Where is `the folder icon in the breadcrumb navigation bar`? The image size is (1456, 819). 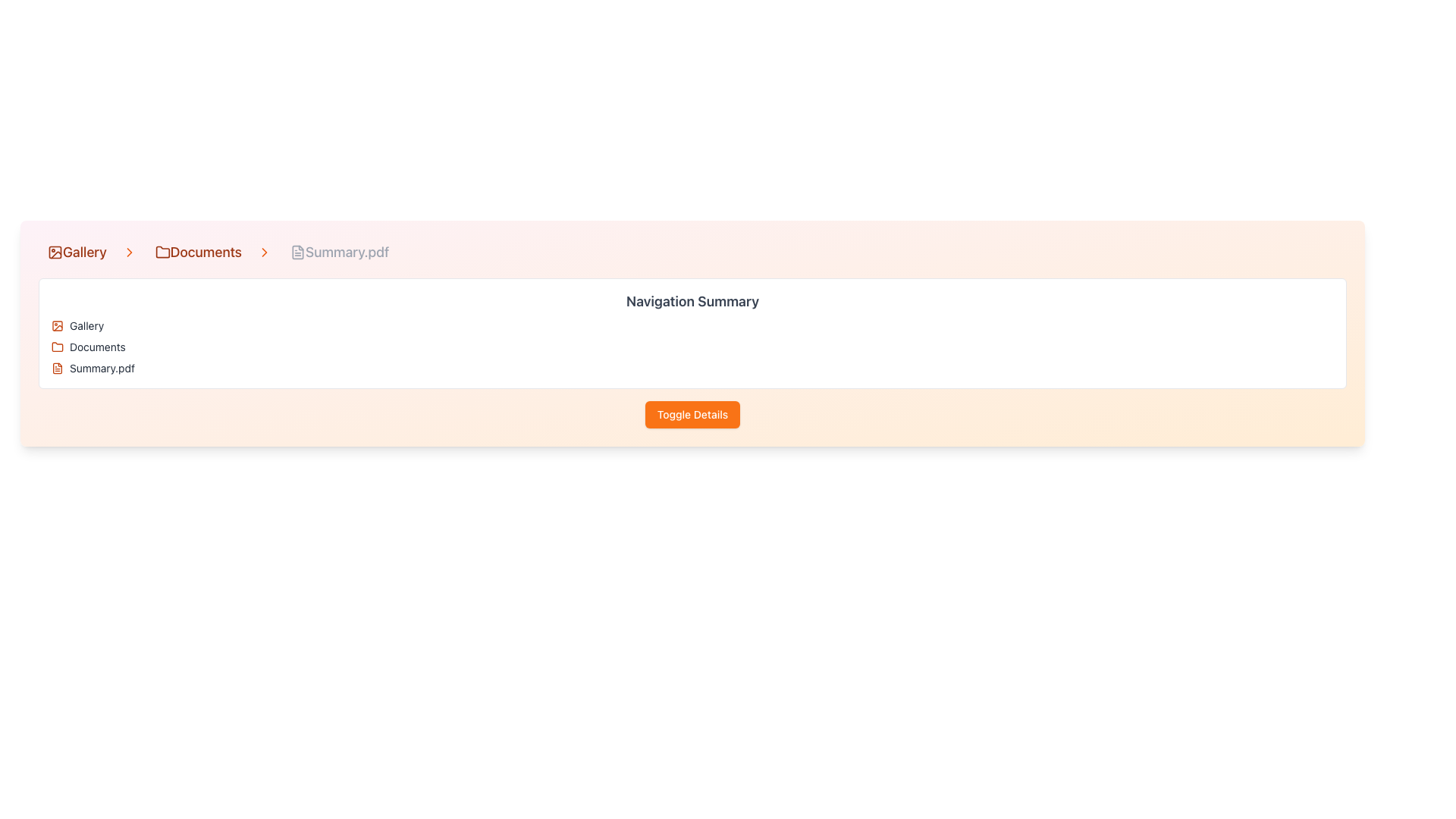 the folder icon in the breadcrumb navigation bar is located at coordinates (162, 251).